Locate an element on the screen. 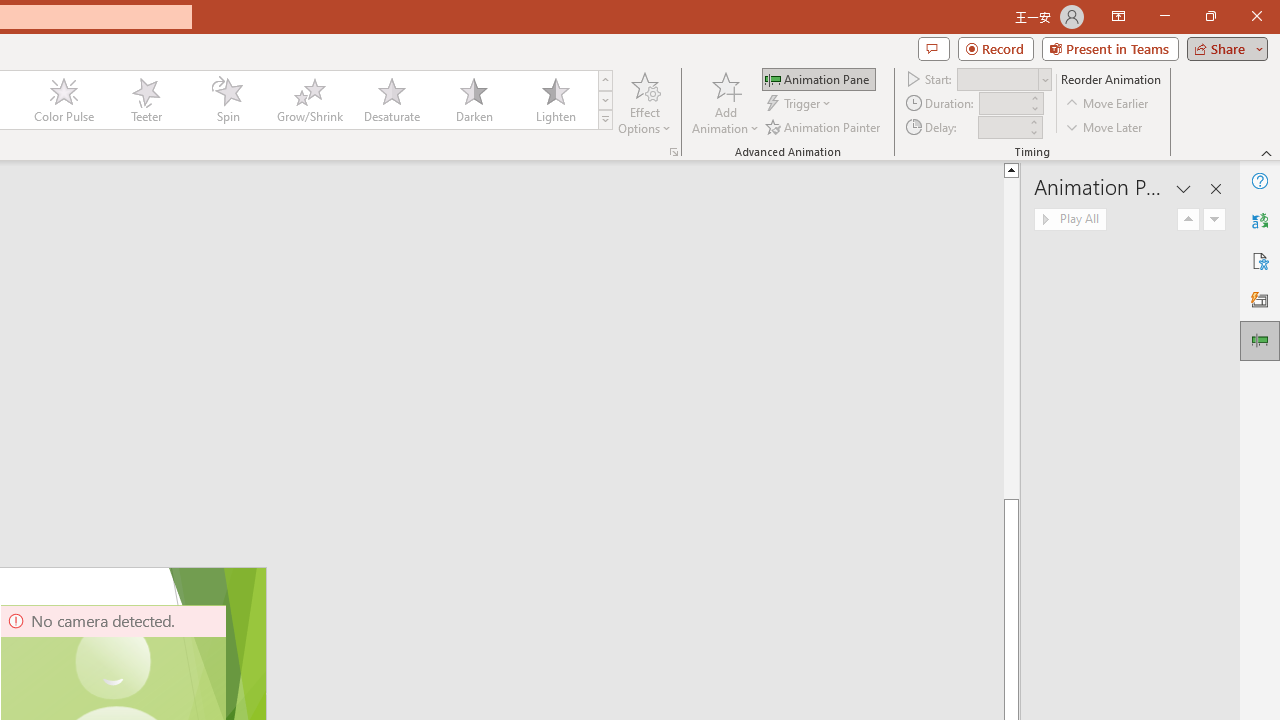 The width and height of the screenshot is (1280, 720). 'Move Earlier' is located at coordinates (1106, 103).